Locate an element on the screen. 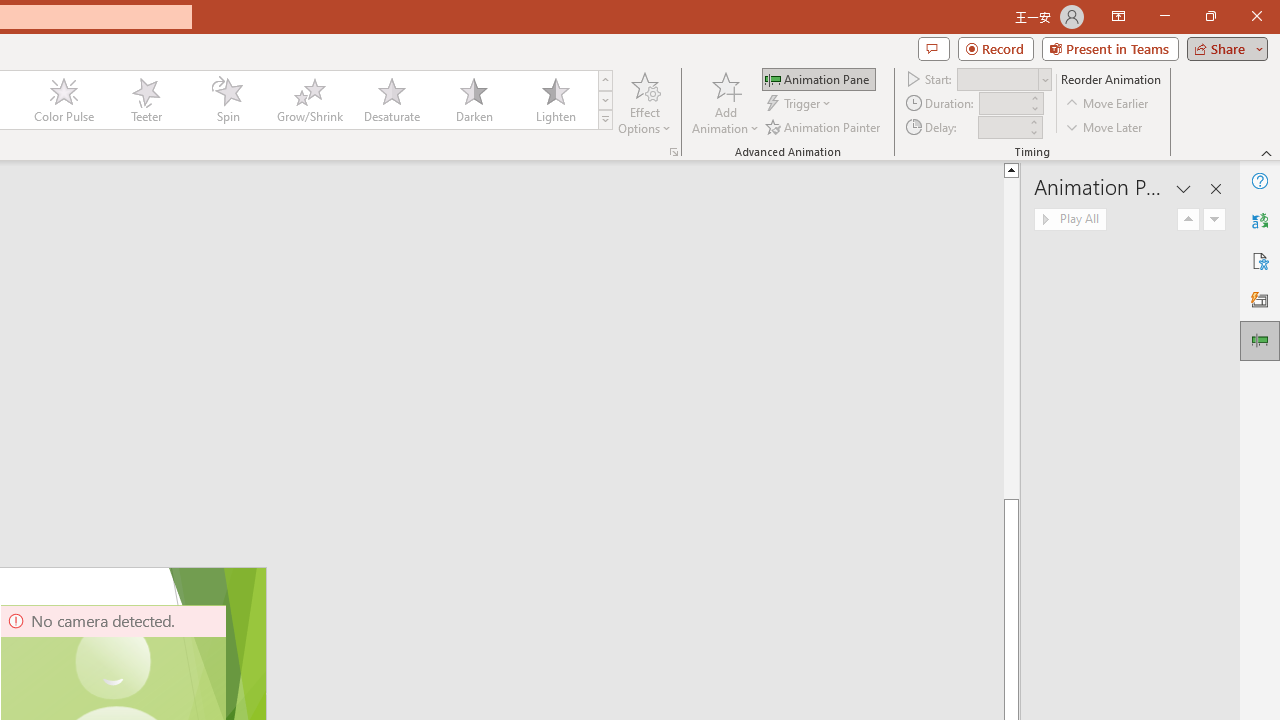 The width and height of the screenshot is (1280, 720). 'Move Earlier' is located at coordinates (1106, 103).